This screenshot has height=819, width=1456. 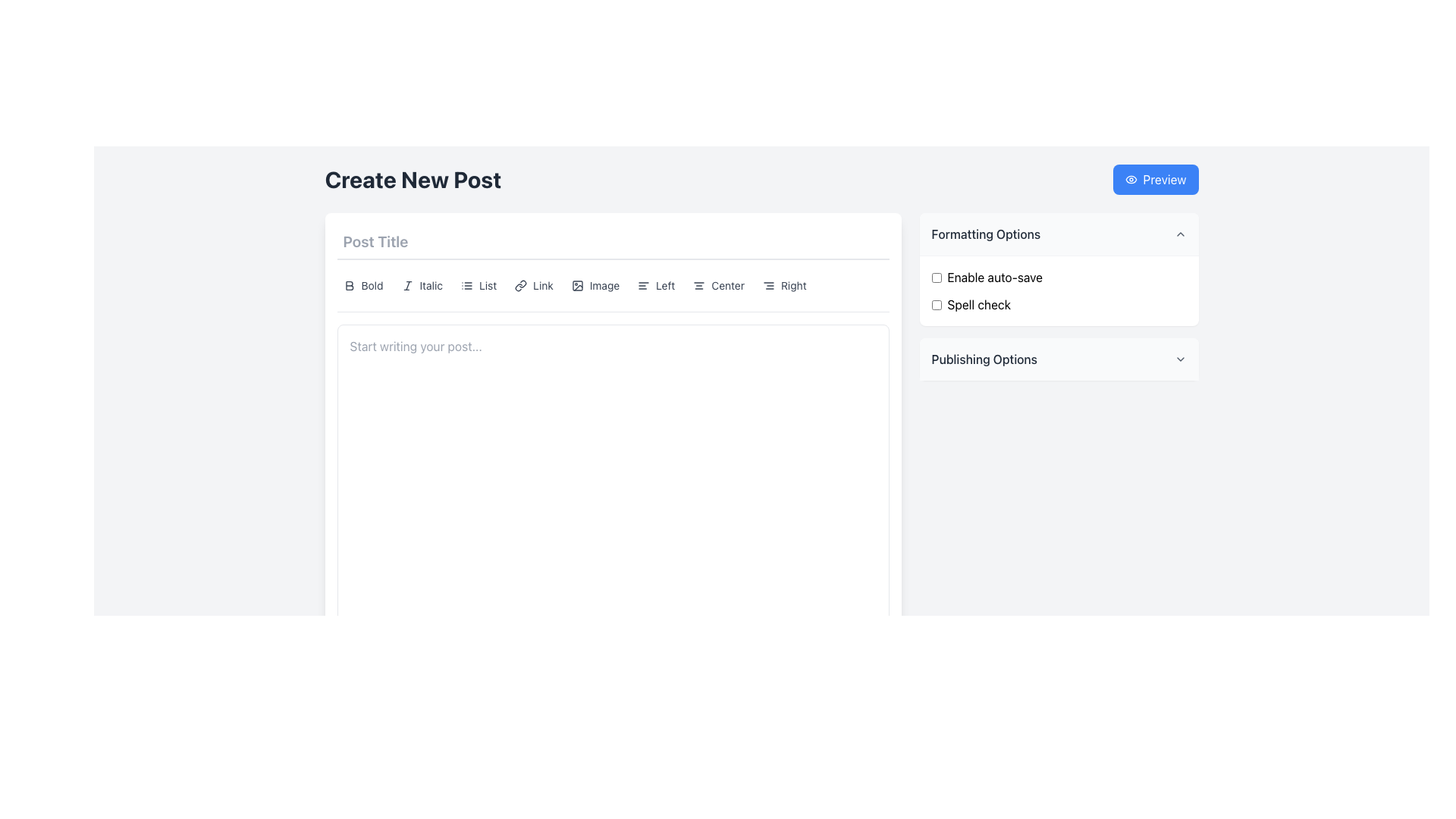 I want to click on the right text alignment icon in the toolbar, so click(x=768, y=286).